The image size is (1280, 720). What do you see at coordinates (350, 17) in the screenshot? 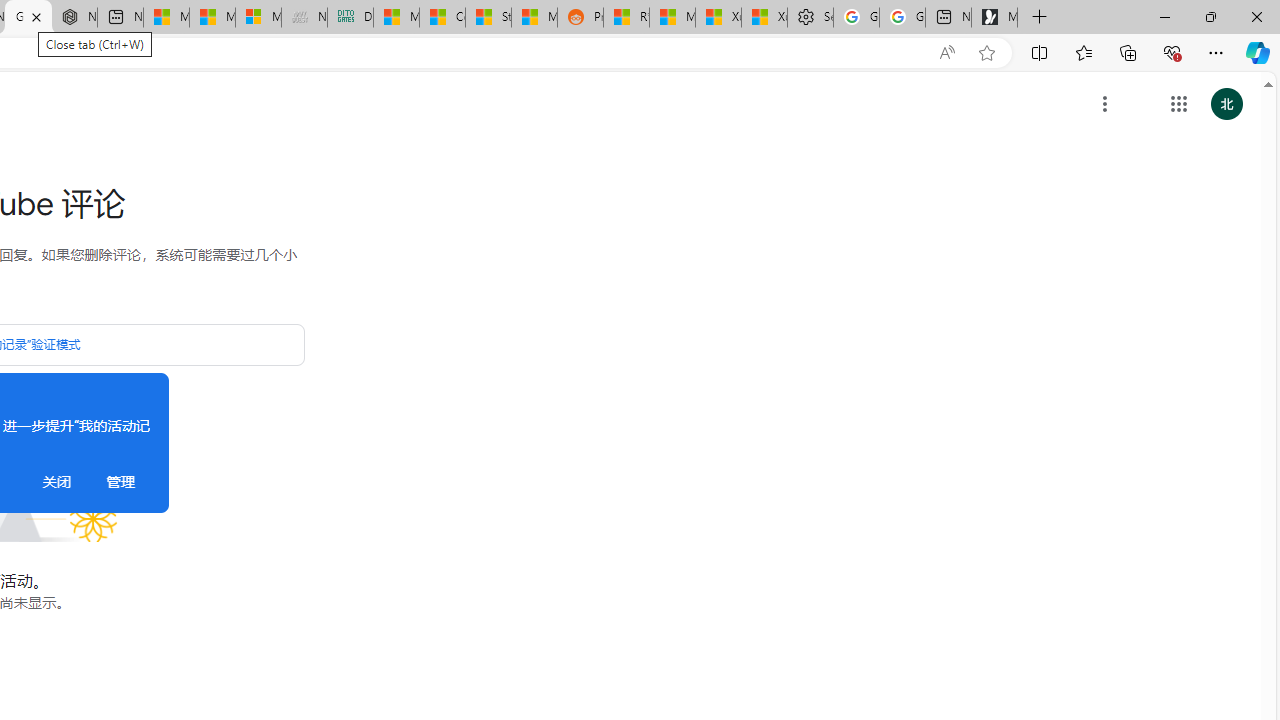
I see `'DITOGAMES AG Imprint'` at bounding box center [350, 17].